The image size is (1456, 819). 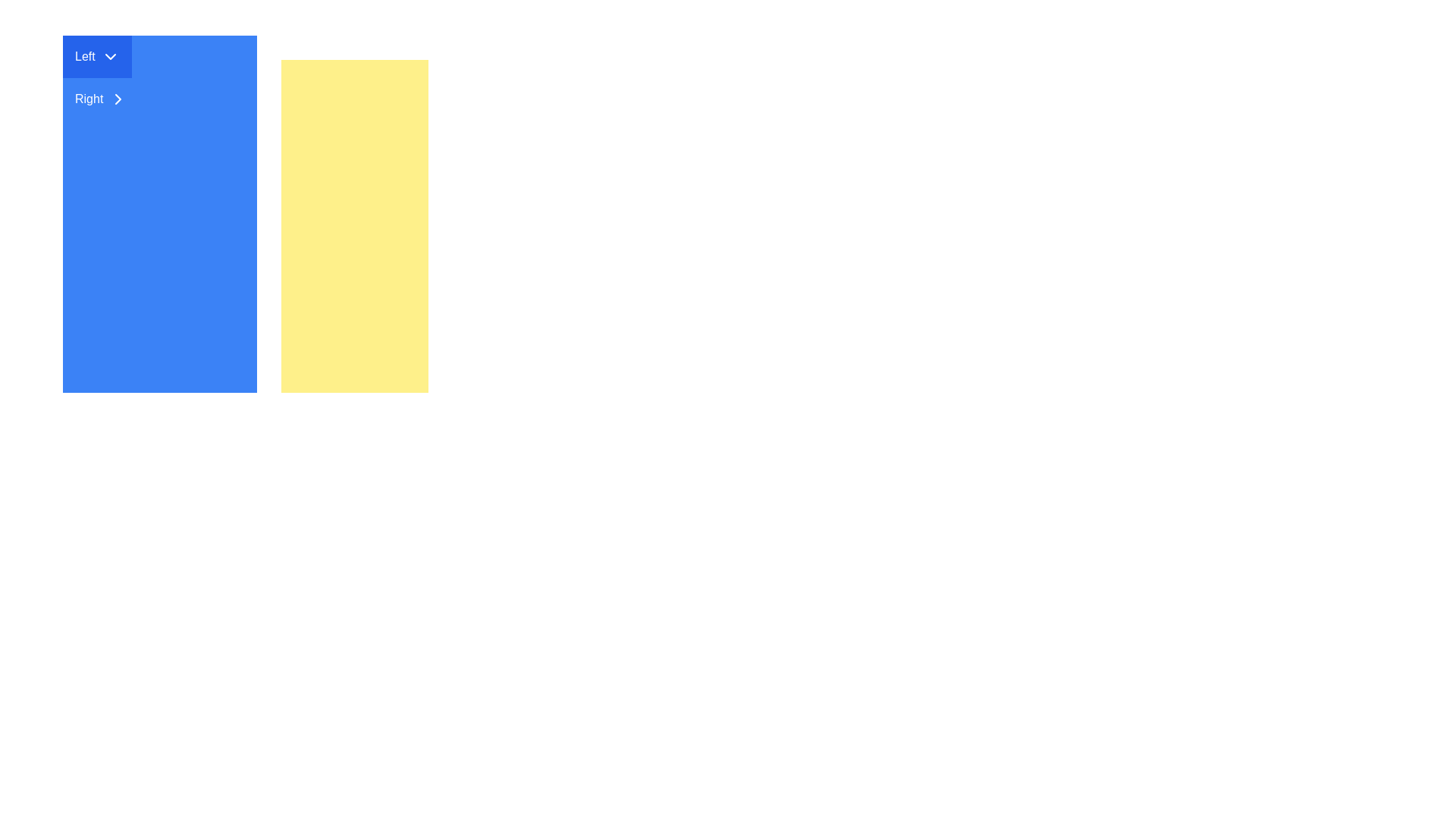 What do you see at coordinates (88, 99) in the screenshot?
I see `the Text Label displaying 'Right', which is styled with a blue background and white bold text, located in a vertically stacked menu layout` at bounding box center [88, 99].